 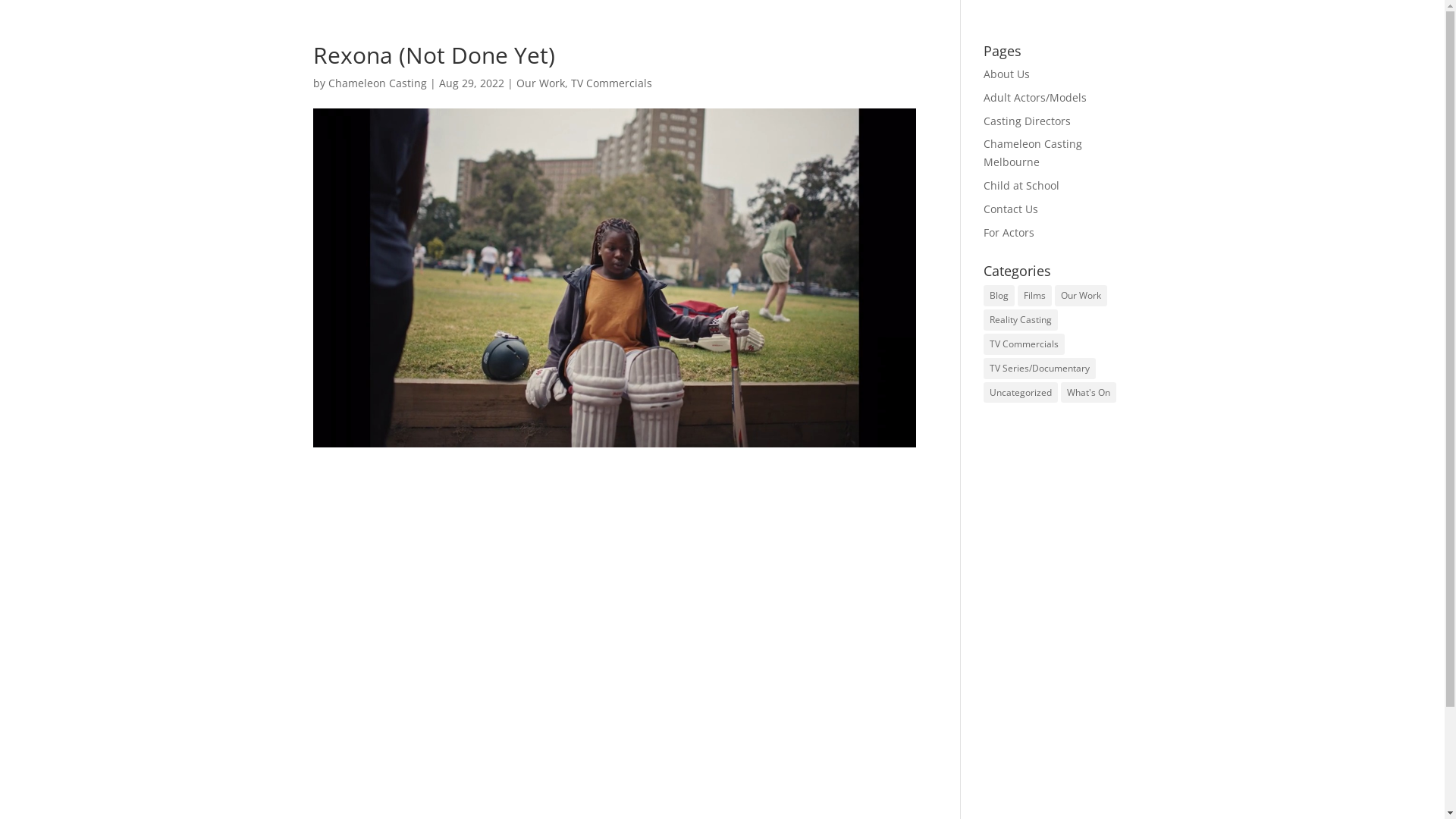 What do you see at coordinates (1087, 391) in the screenshot?
I see `'What's On'` at bounding box center [1087, 391].